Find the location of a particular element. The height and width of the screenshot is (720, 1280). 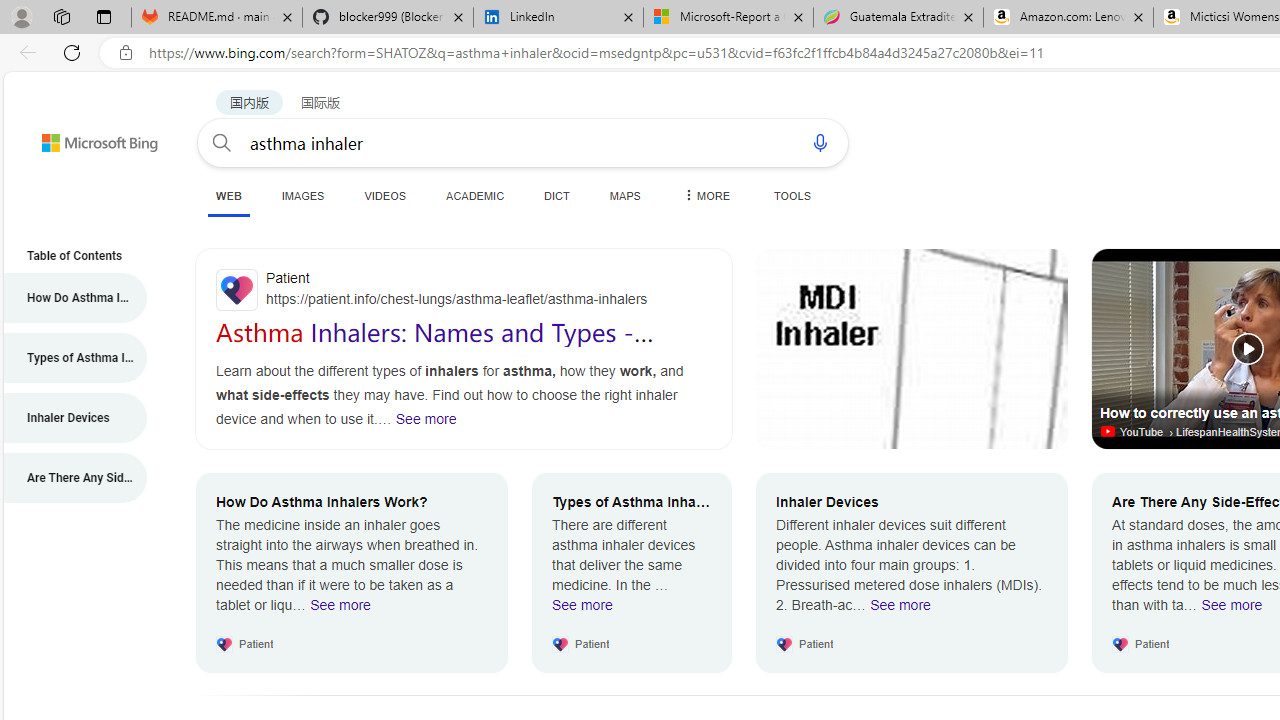

'TOOLS' is located at coordinates (791, 195).